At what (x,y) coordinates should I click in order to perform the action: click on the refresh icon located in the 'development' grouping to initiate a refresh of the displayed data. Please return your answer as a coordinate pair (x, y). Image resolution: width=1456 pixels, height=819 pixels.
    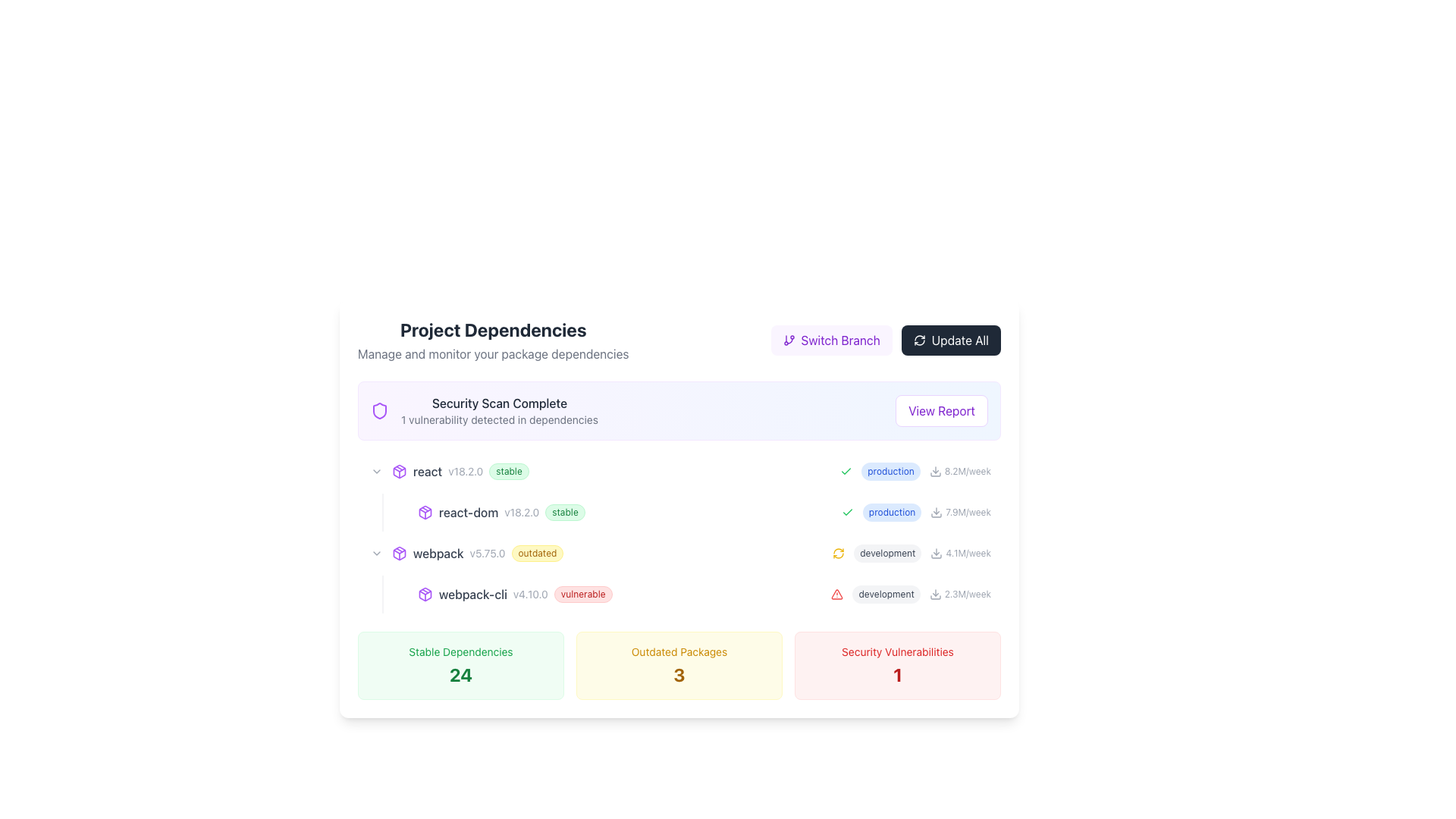
    Looking at the image, I should click on (837, 553).